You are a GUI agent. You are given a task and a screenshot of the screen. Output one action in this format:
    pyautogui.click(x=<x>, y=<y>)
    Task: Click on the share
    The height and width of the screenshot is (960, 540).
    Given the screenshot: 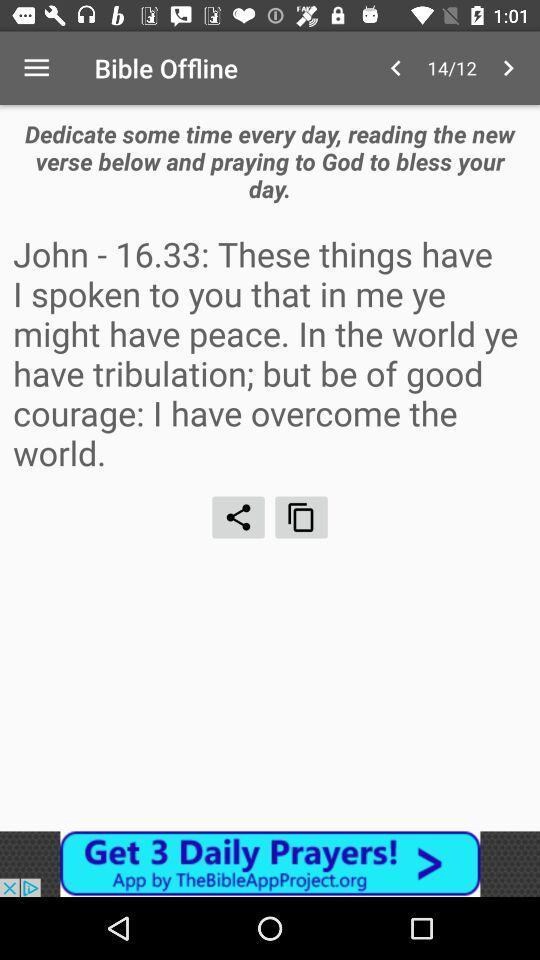 What is the action you would take?
    pyautogui.click(x=238, y=516)
    